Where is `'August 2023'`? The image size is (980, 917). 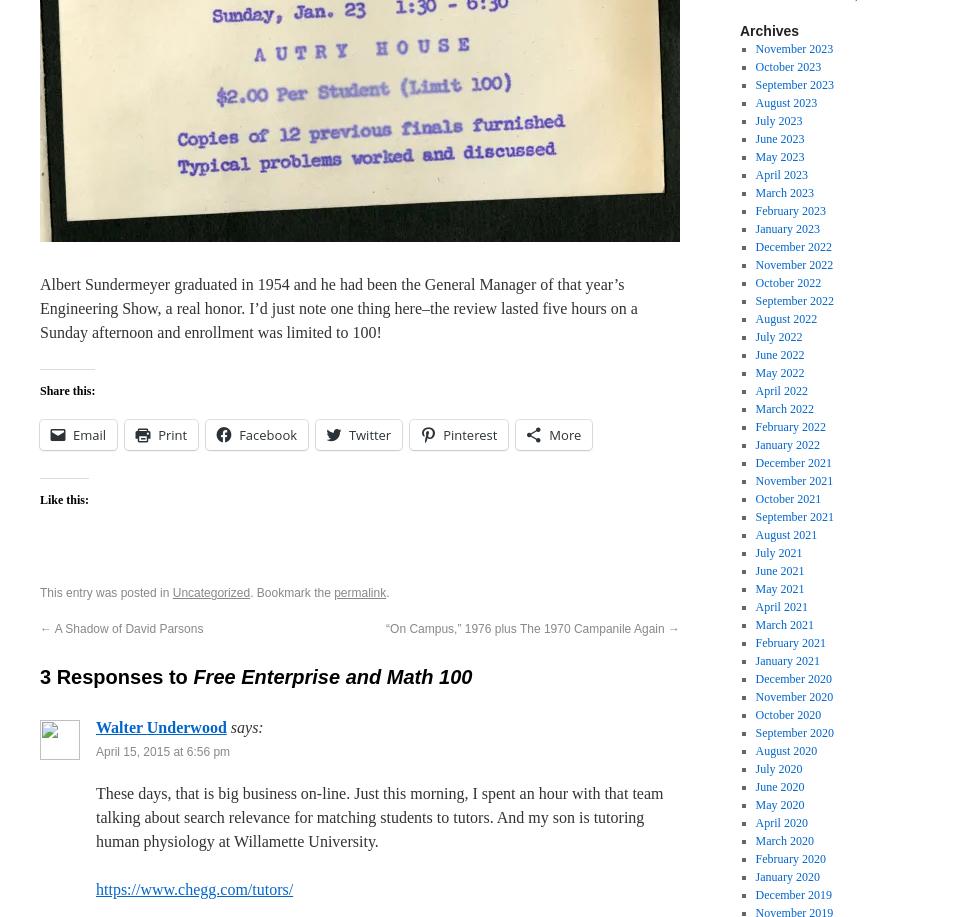 'August 2023' is located at coordinates (754, 101).